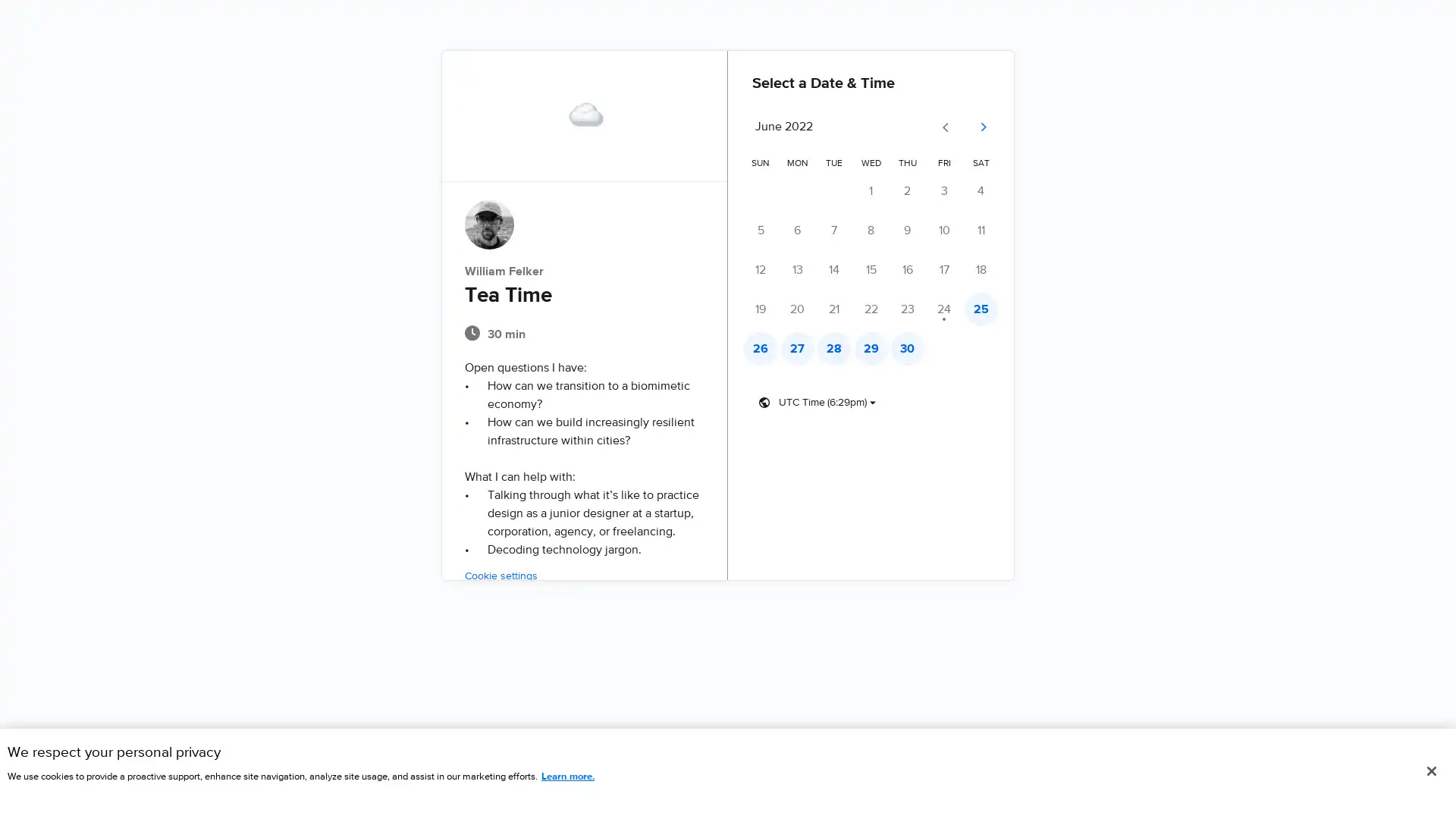 This screenshot has height=819, width=1456. What do you see at coordinates (878, 268) in the screenshot?
I see `Wednesday, June 15 - No times available` at bounding box center [878, 268].